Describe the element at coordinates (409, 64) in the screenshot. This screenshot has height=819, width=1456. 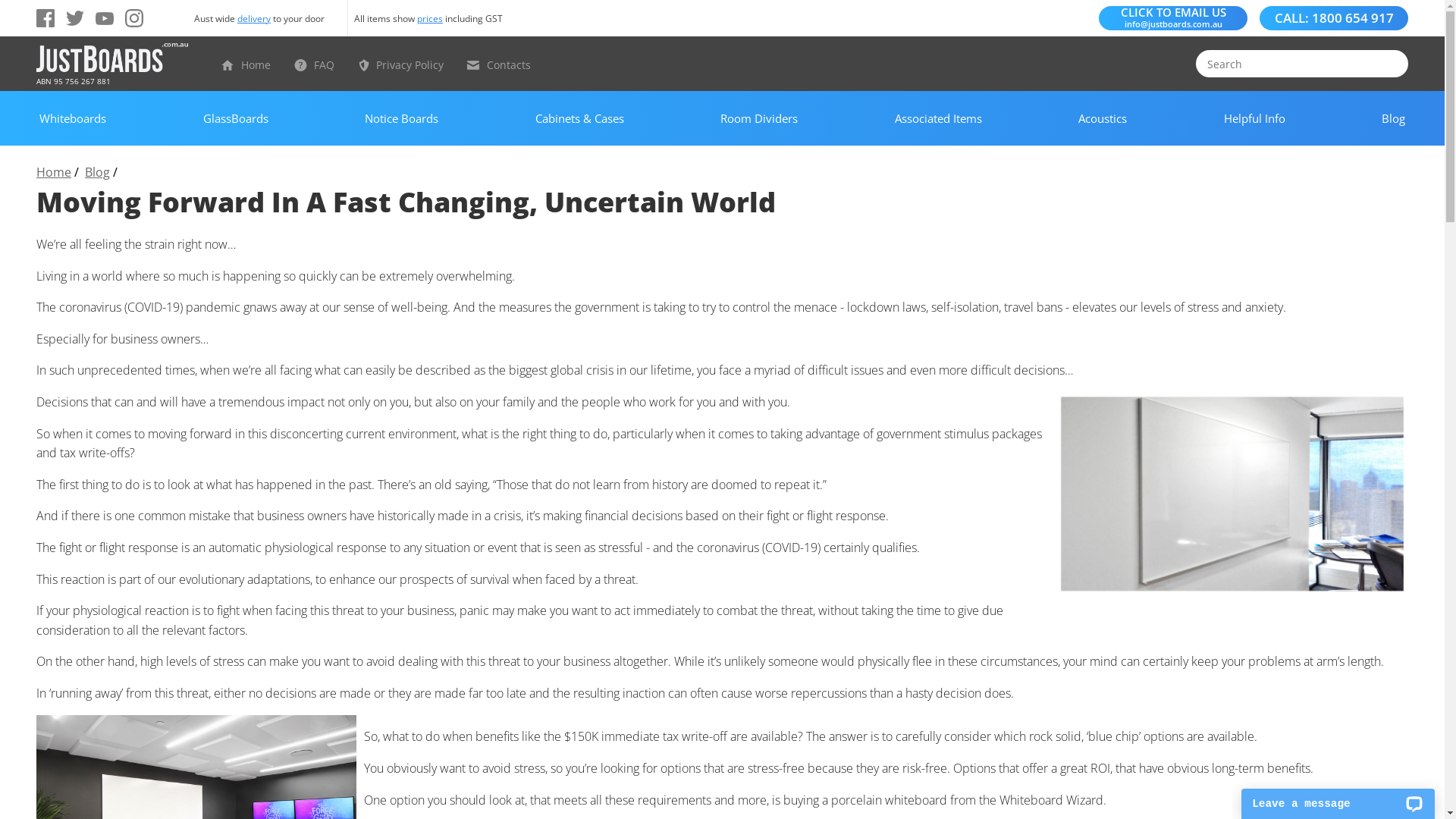
I see `'Privacy Policy'` at that location.